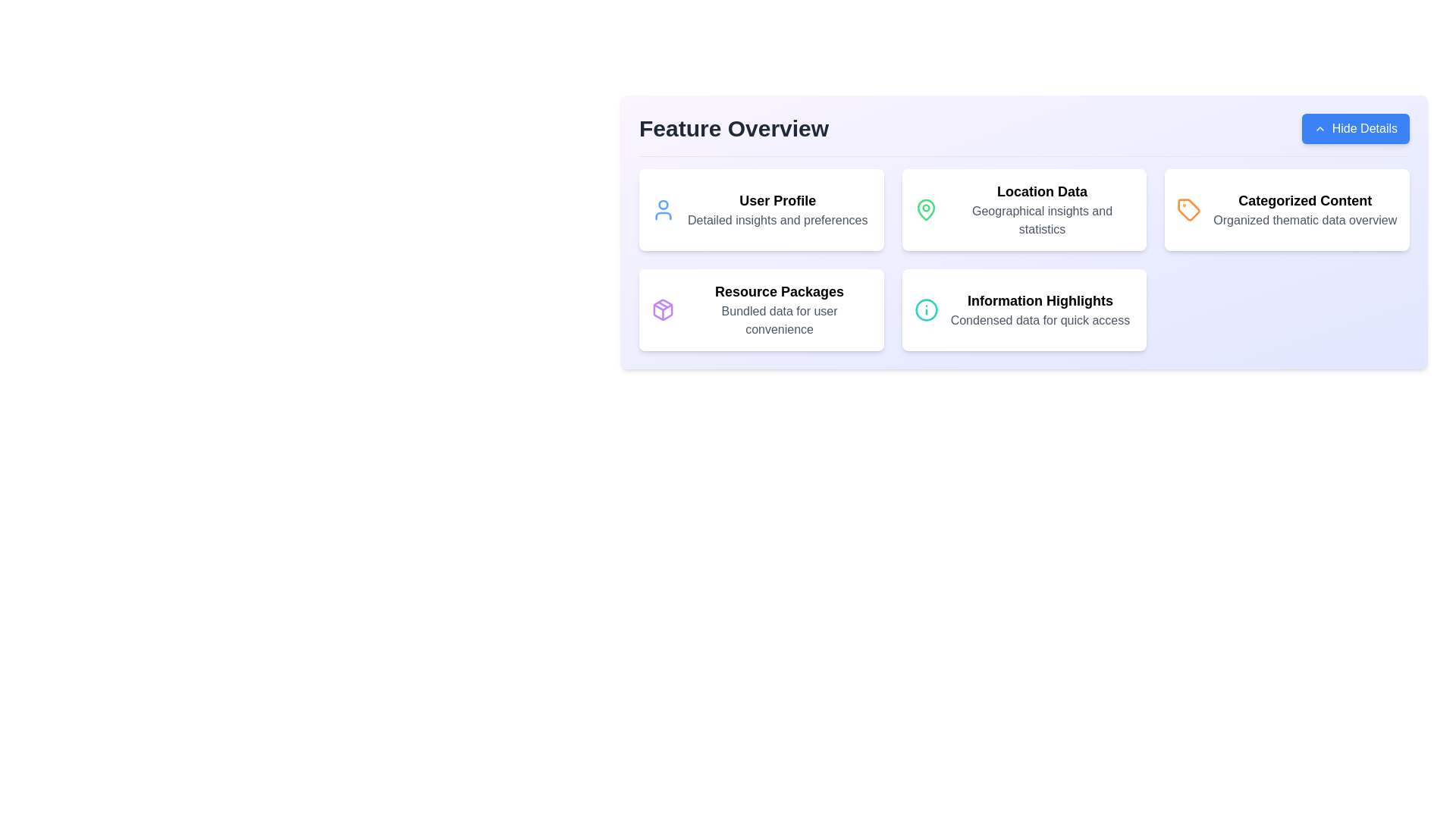 This screenshot has width=1456, height=819. Describe the element at coordinates (779, 320) in the screenshot. I see `the static label providing supplementary information for the 'Resource Packages' section, located below the heading in the second row of a grid layout` at that location.